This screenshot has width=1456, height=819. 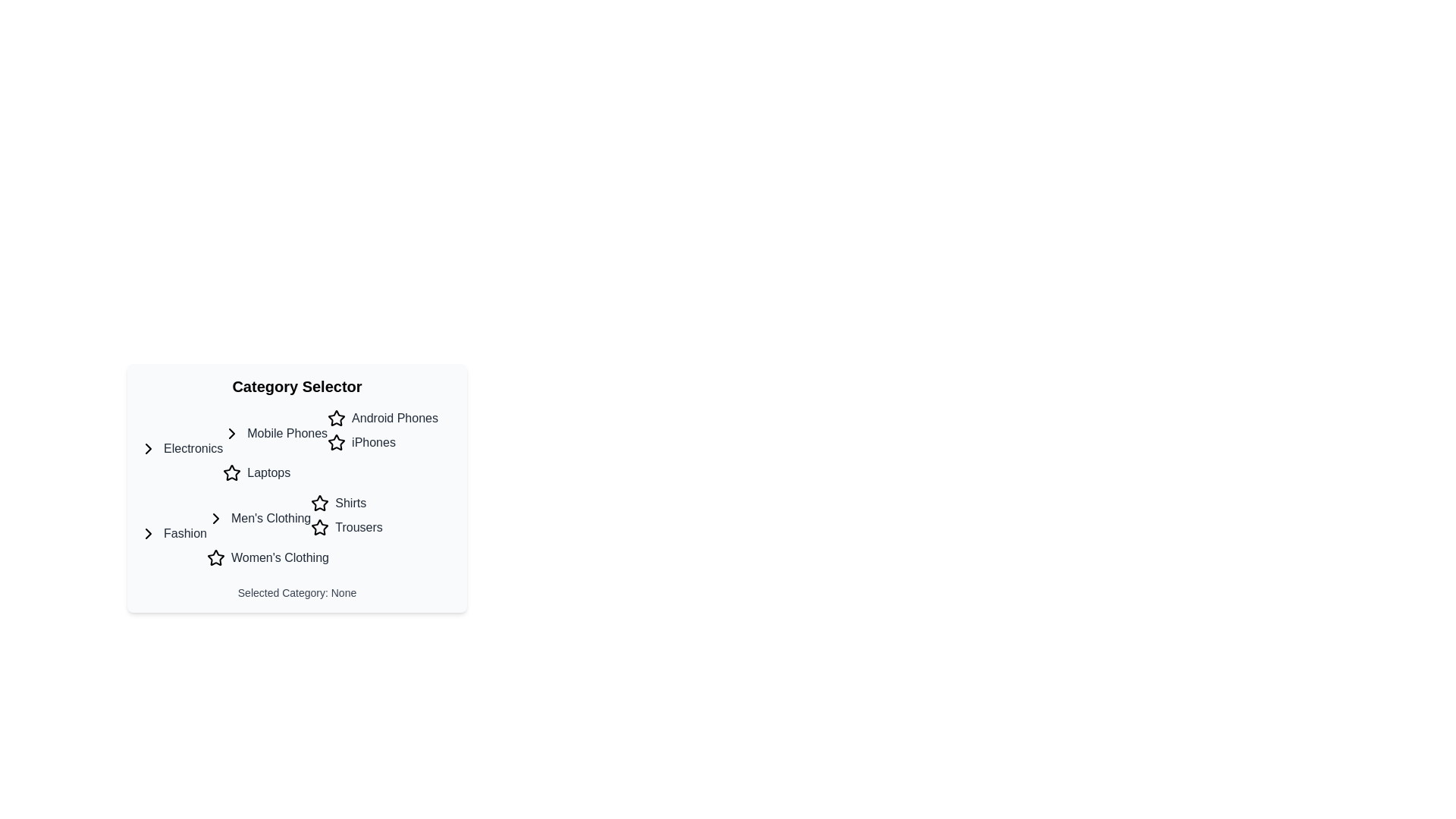 What do you see at coordinates (268, 472) in the screenshot?
I see `the 'Laptops' clickable label, which is styled with a medium-weight gray font and turns blue upon interaction` at bounding box center [268, 472].